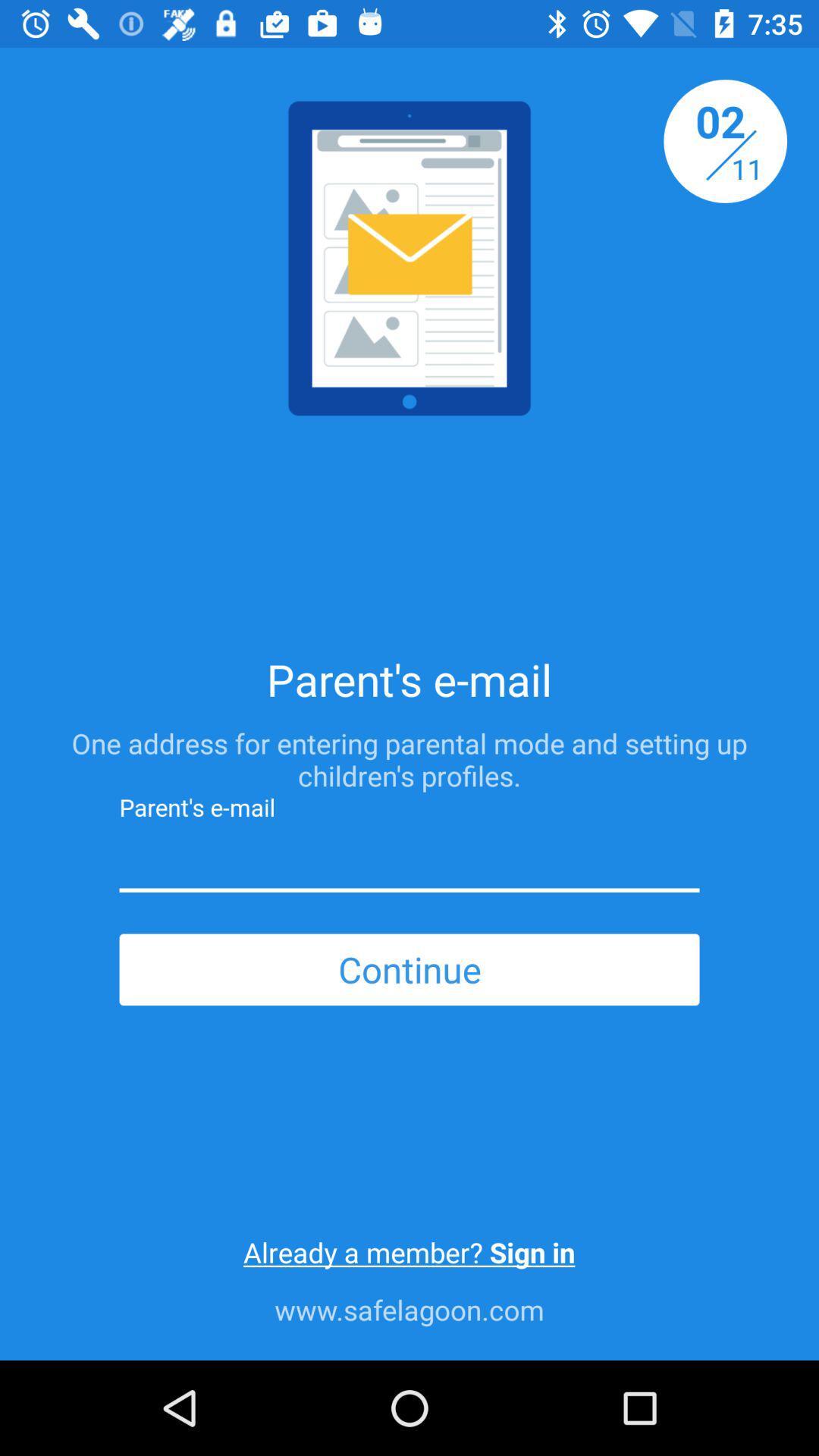  Describe the element at coordinates (409, 861) in the screenshot. I see `type your e-mail` at that location.